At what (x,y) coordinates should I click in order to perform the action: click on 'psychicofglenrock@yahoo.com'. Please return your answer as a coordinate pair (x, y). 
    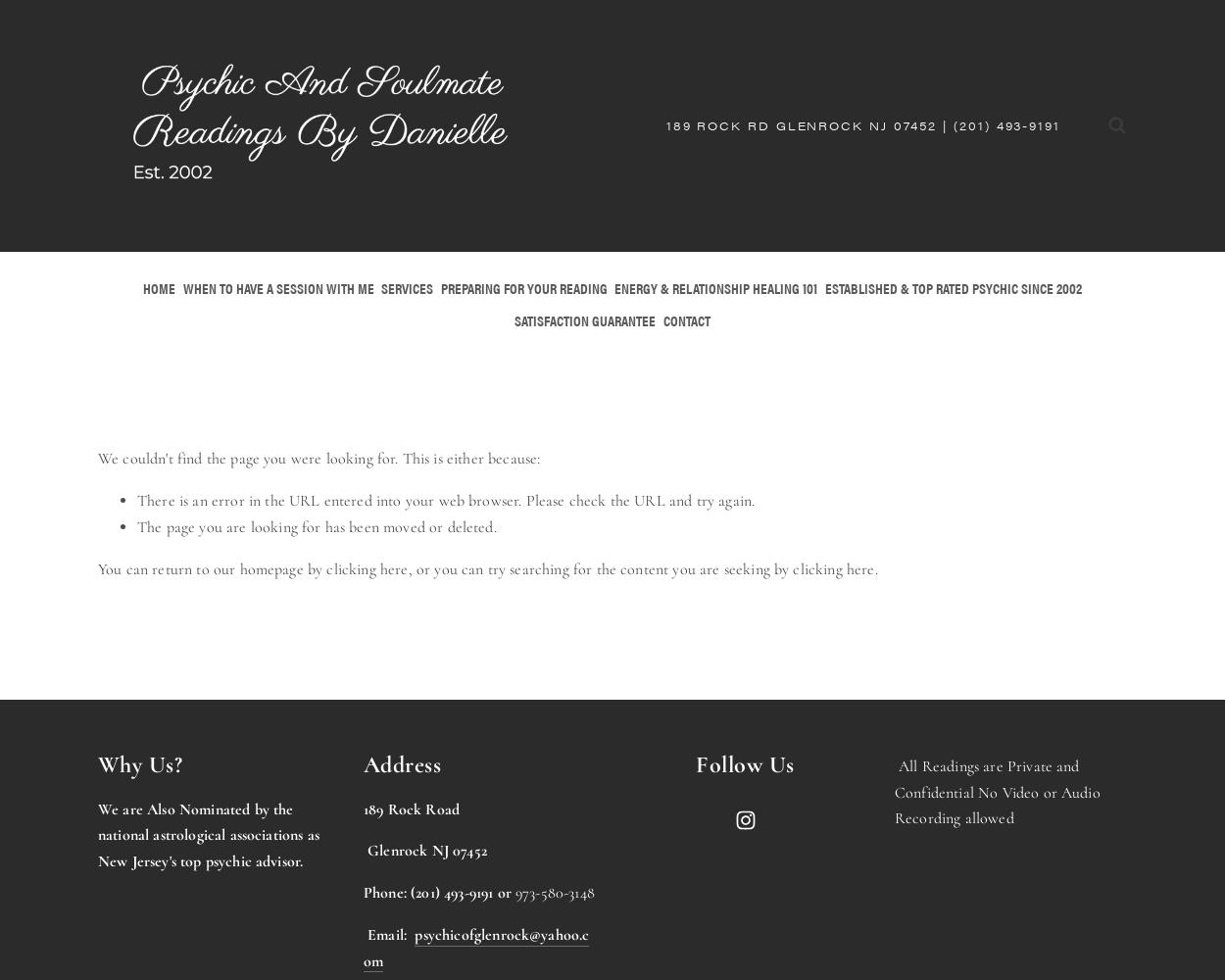
    Looking at the image, I should click on (363, 946).